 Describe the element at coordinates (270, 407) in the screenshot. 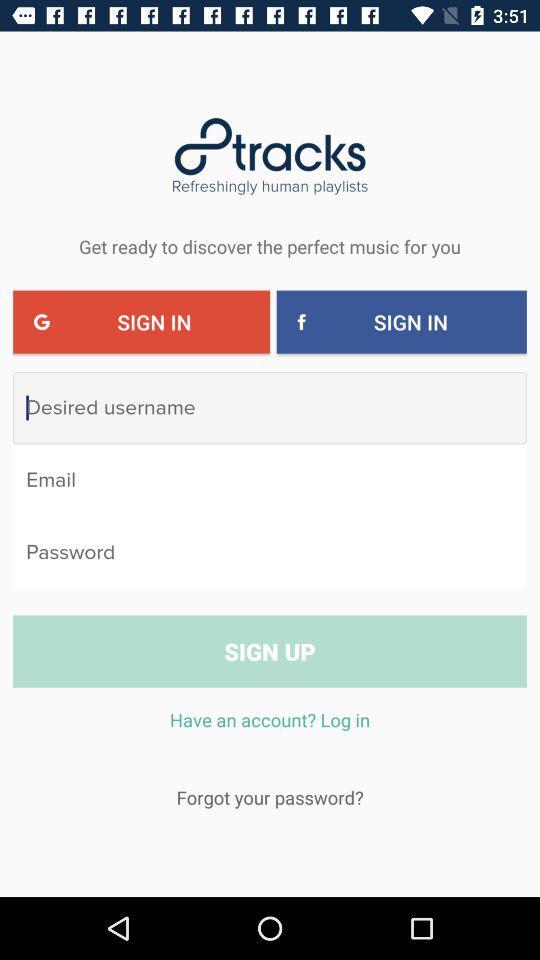

I see `desired` at that location.